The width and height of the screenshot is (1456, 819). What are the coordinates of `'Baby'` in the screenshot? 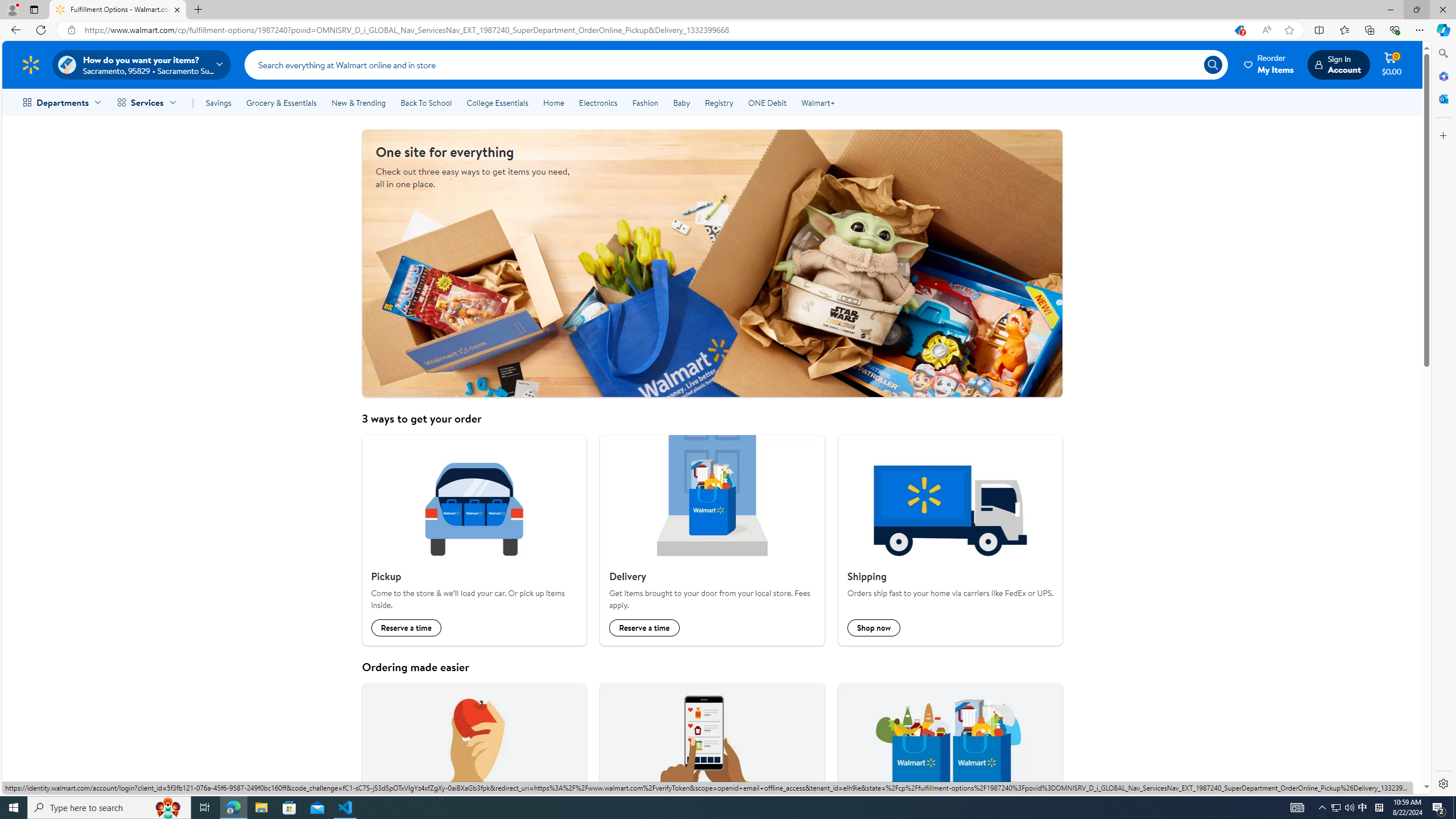 It's located at (681, 102).